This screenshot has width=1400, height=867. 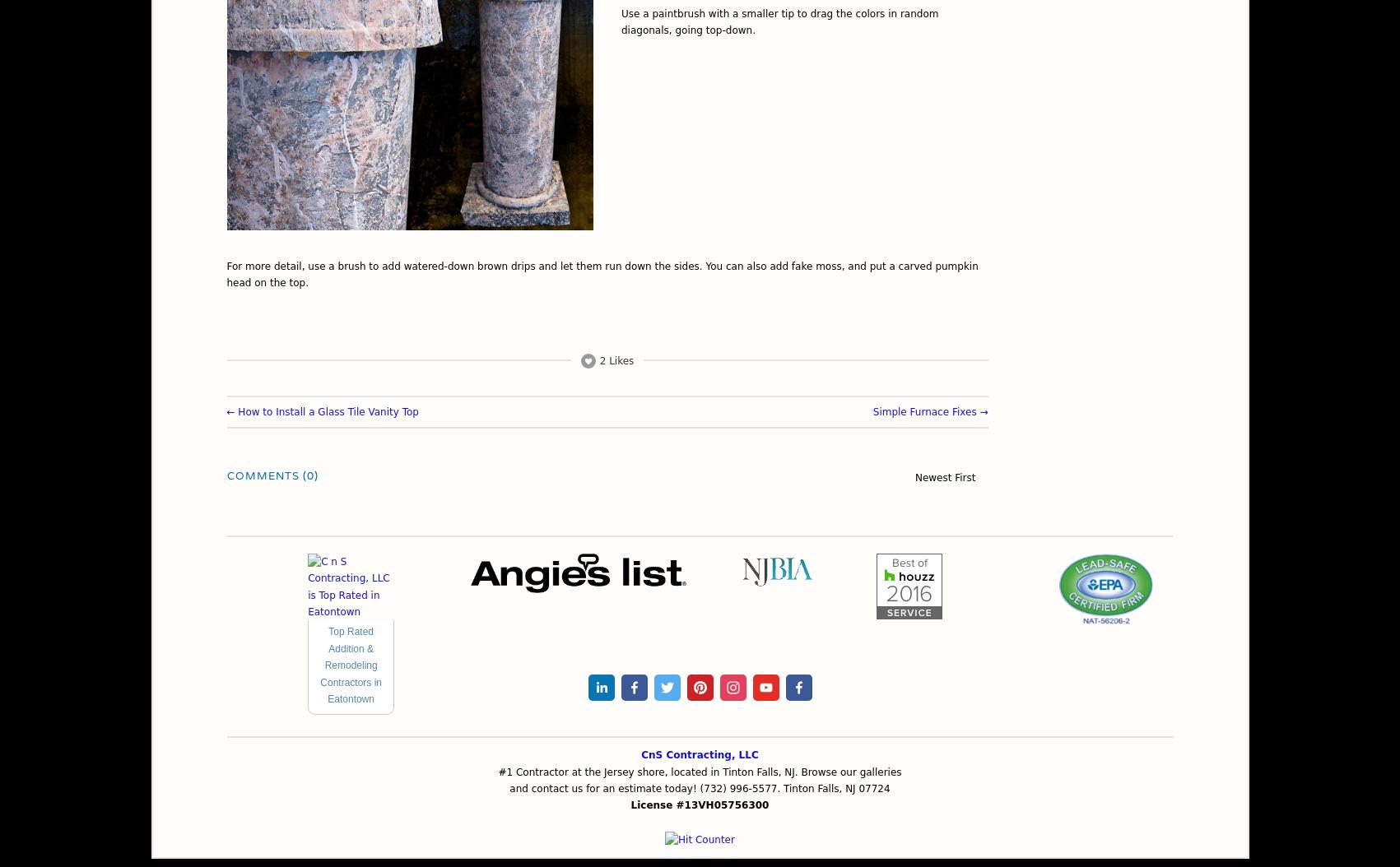 I want to click on 'Comments (0)', so click(x=272, y=475).